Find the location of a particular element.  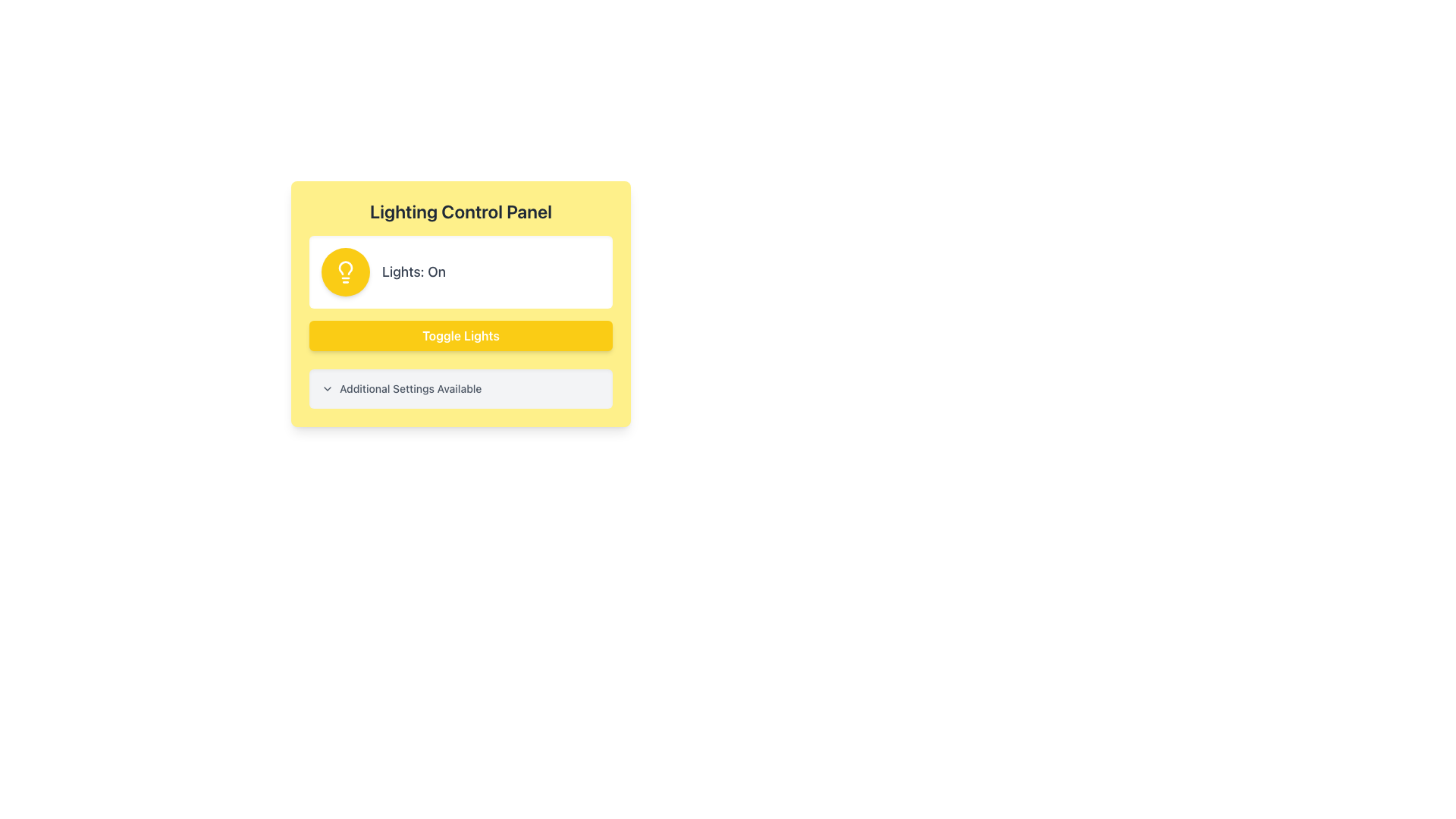

the 'Toggle Lights' button, which is a bright yellow rectangular button with white bold text, located in the 'Lighting Control Panel' is located at coordinates (460, 335).